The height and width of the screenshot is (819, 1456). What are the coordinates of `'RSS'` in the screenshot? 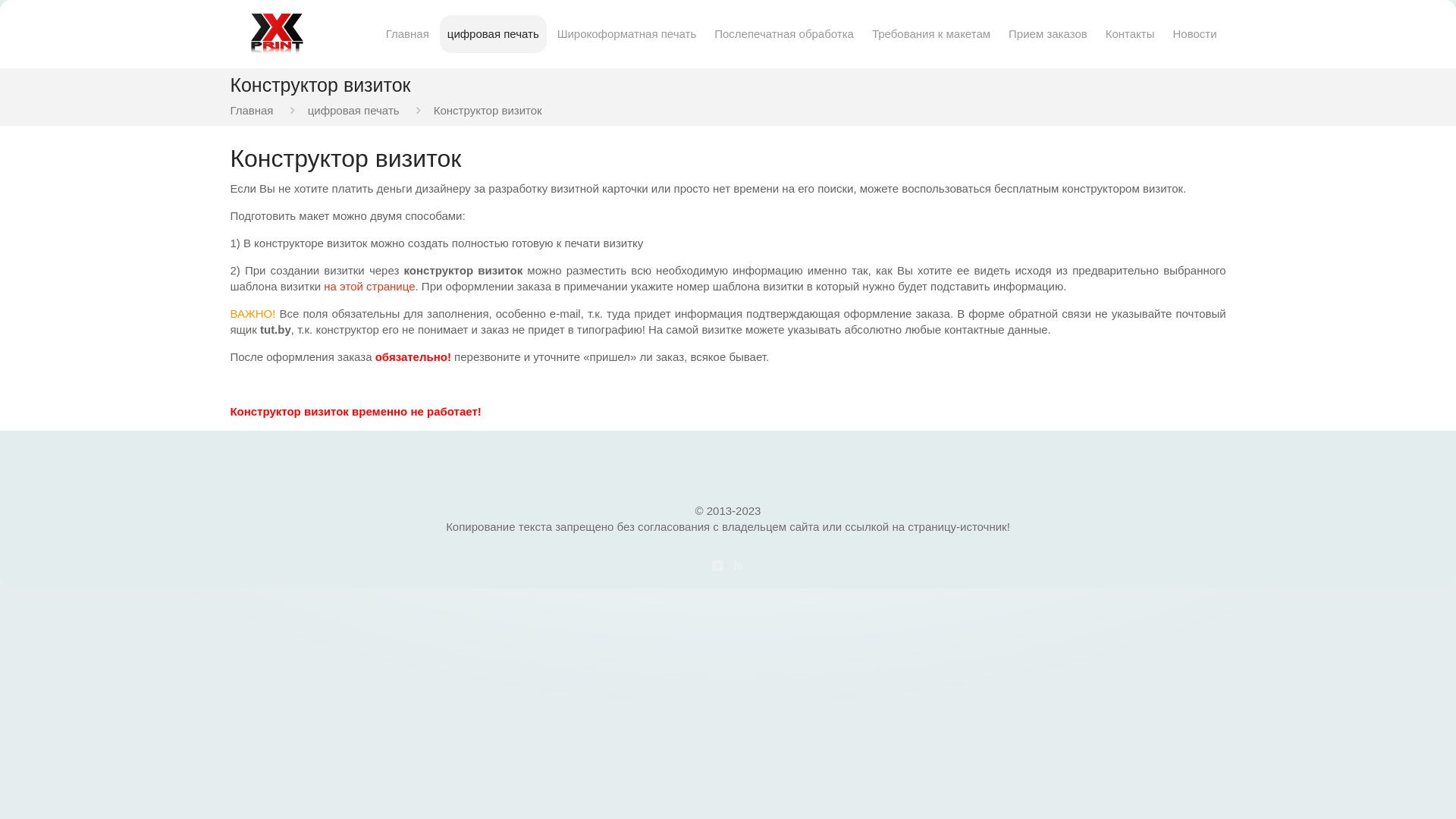 It's located at (738, 565).